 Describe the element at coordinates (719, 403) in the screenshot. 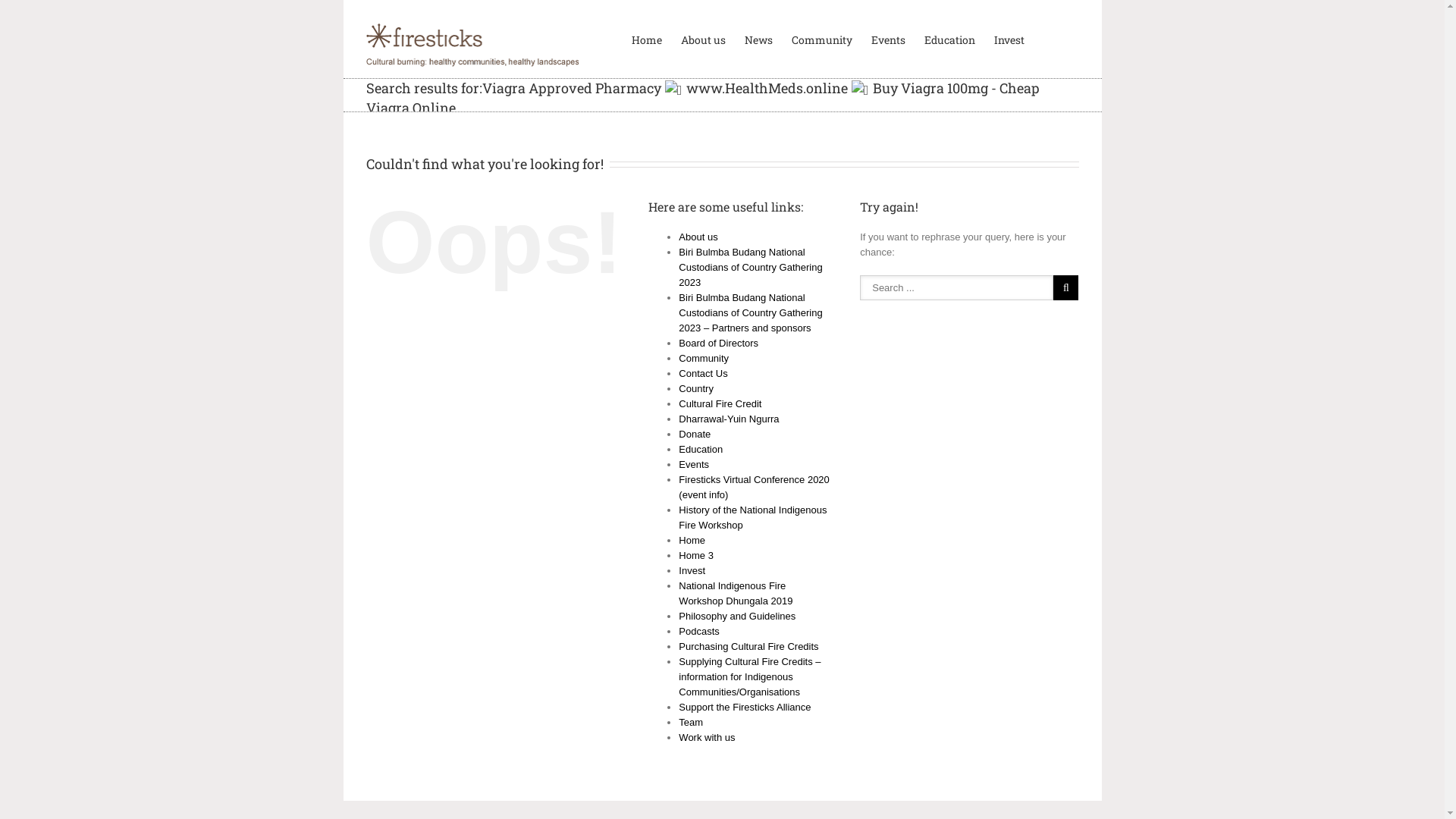

I see `'Cultural Fire Credit'` at that location.